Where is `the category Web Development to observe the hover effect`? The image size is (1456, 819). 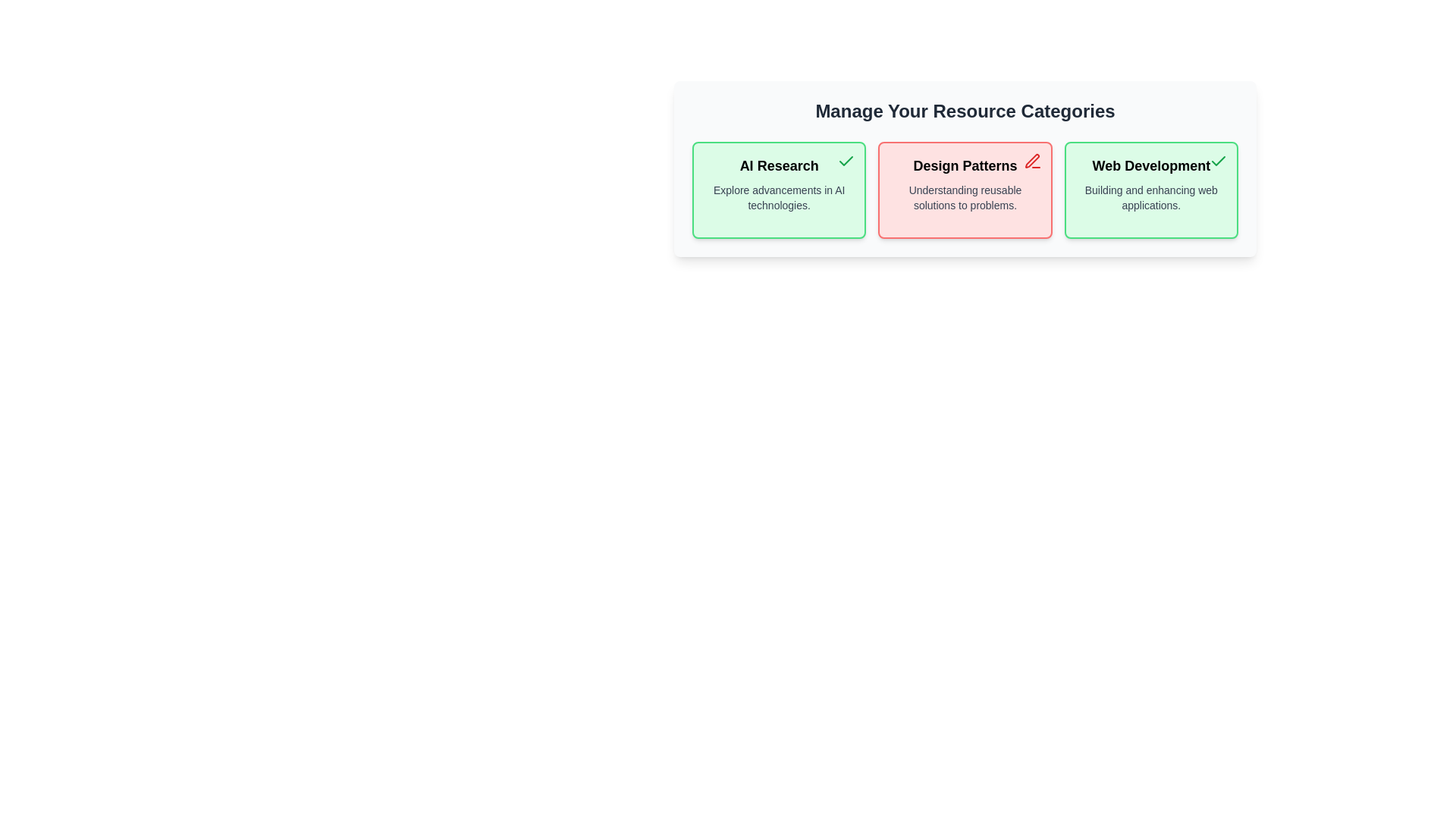 the category Web Development to observe the hover effect is located at coordinates (1150, 189).